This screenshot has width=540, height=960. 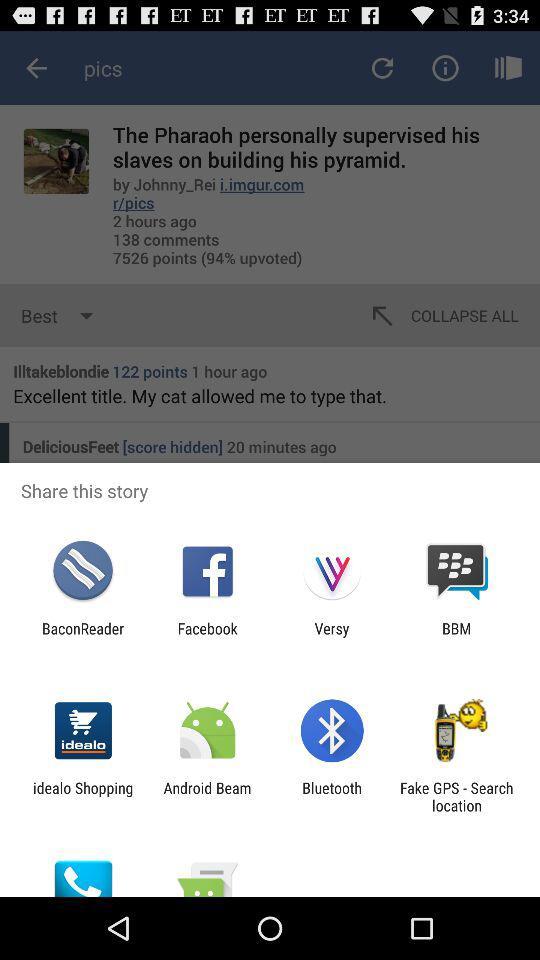 What do you see at coordinates (456, 636) in the screenshot?
I see `app to the right of the versy icon` at bounding box center [456, 636].